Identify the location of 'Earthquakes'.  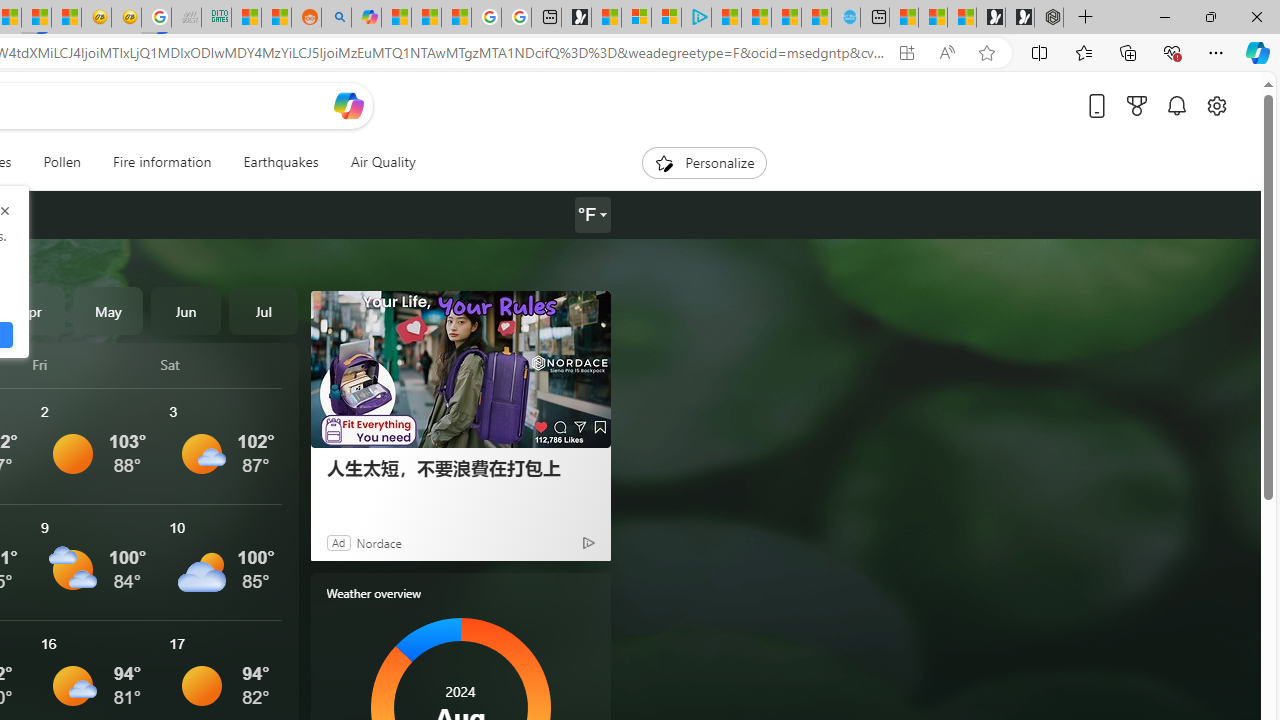
(279, 162).